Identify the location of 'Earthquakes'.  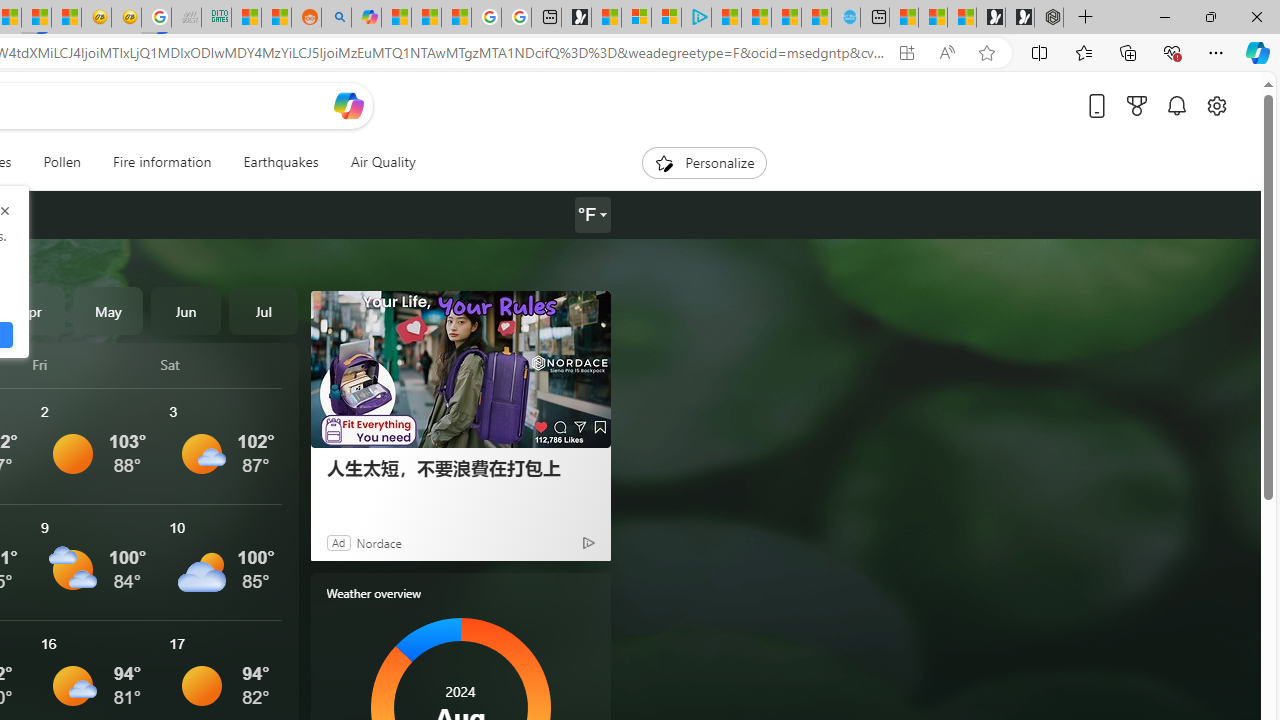
(279, 162).